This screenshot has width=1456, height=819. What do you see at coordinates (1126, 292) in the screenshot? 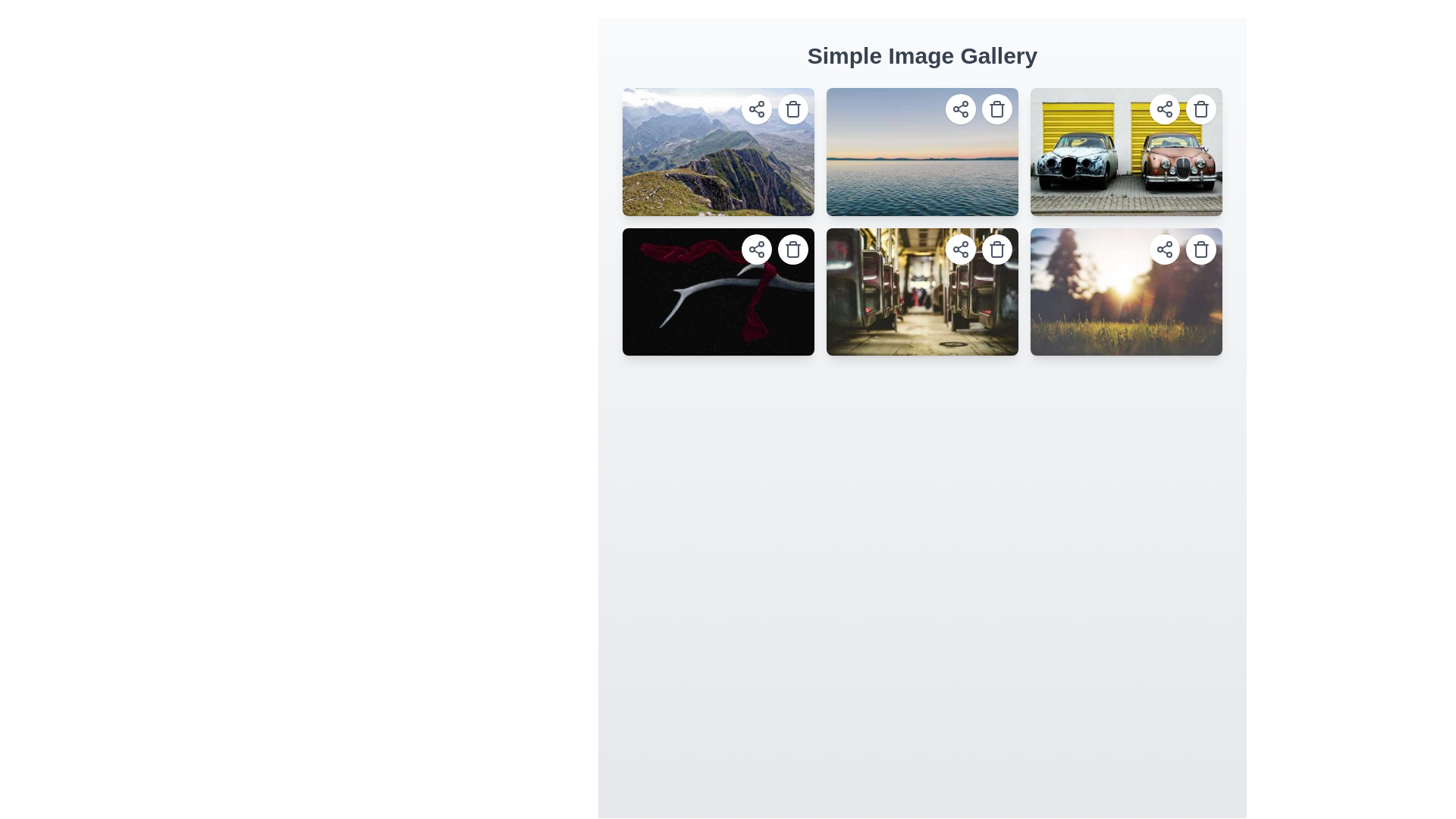
I see `the card displaying an image of a grassy field with sunlight, located in the bottom-right corner of the grid layout, which features two small circular buttons in the top right corner` at bounding box center [1126, 292].